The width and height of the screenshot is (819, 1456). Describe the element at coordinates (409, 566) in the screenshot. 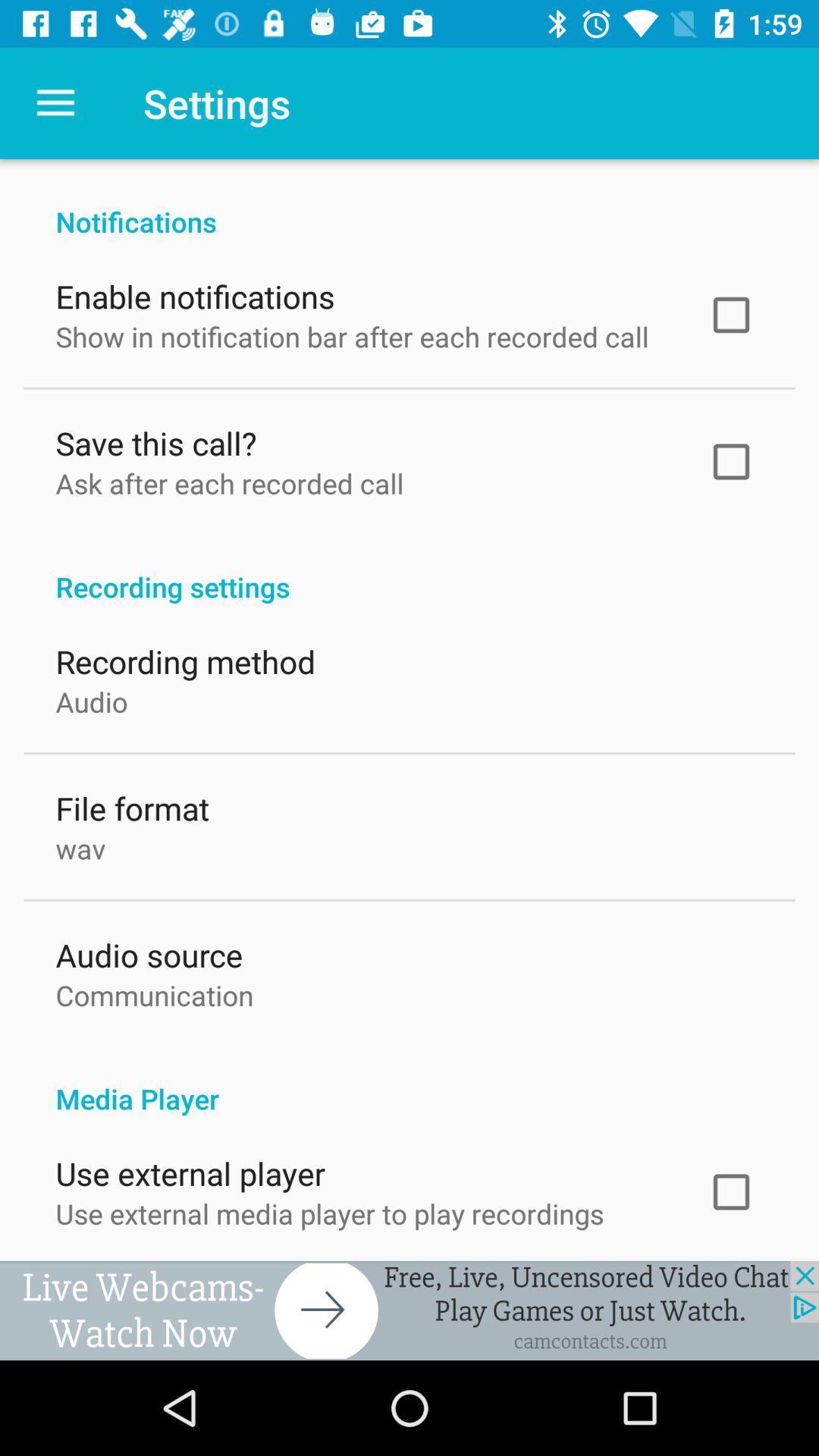

I see `the recording settings item` at that location.